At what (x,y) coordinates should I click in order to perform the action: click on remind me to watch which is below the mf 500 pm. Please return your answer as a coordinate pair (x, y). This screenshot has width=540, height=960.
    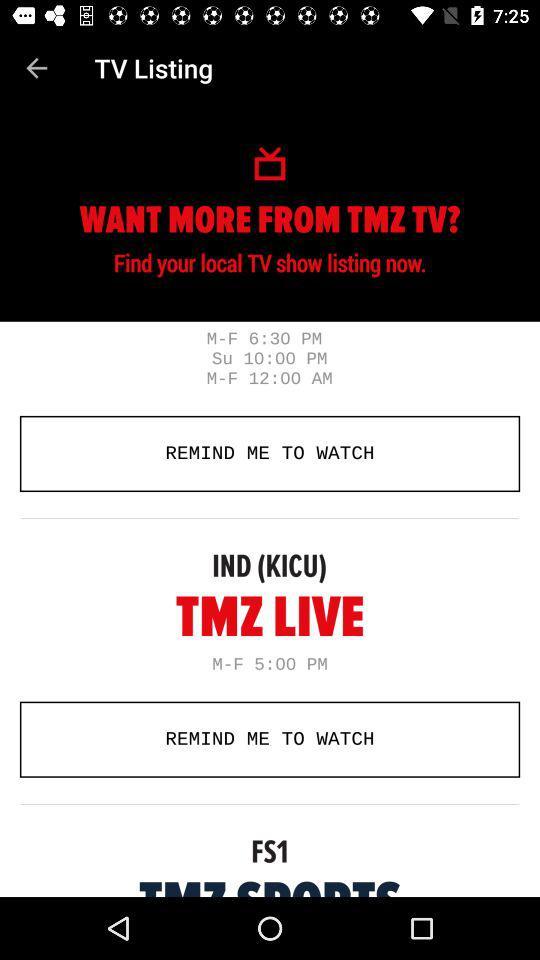
    Looking at the image, I should click on (270, 738).